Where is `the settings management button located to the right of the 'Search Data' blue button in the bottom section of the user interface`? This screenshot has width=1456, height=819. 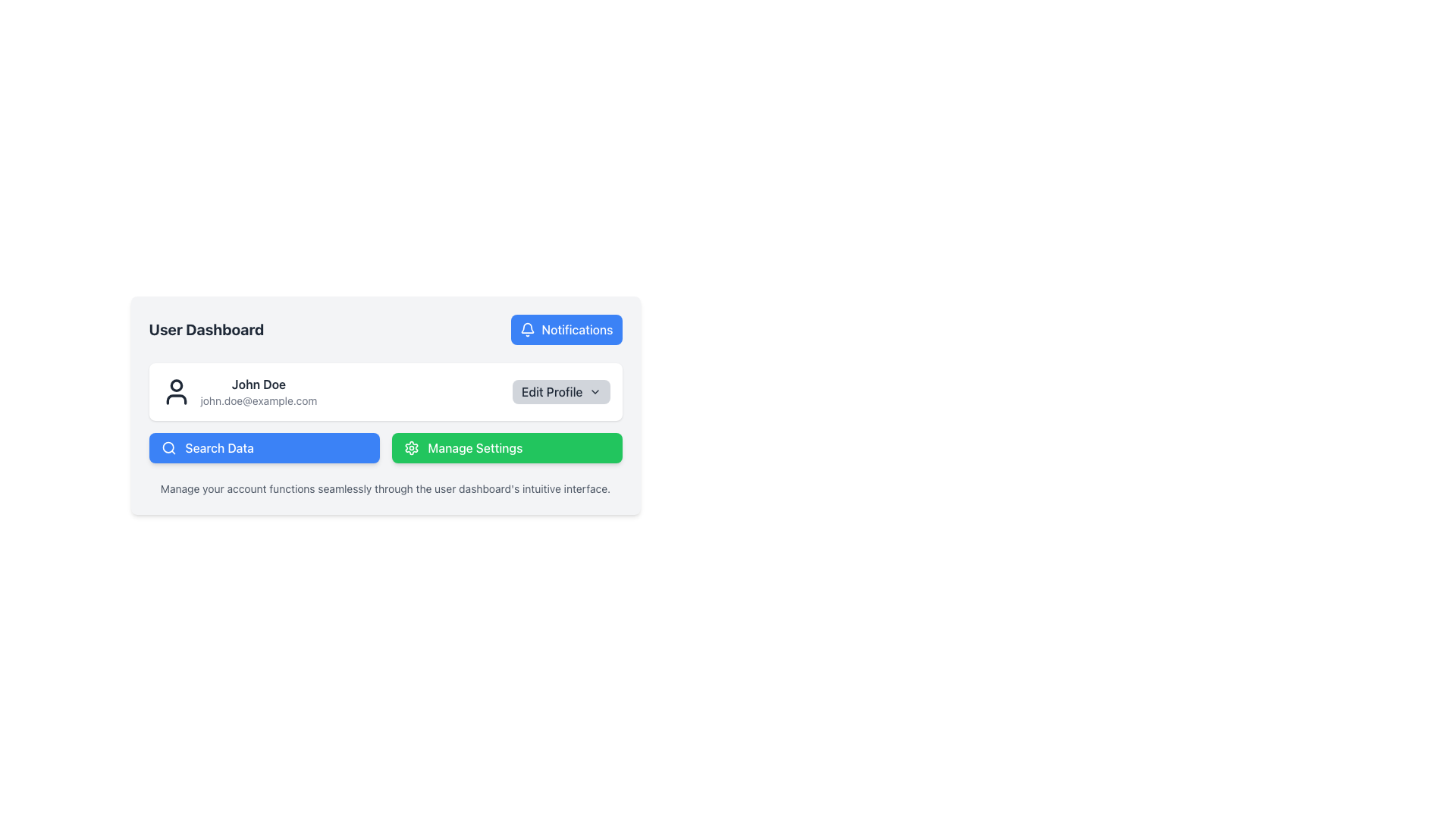 the settings management button located to the right of the 'Search Data' blue button in the bottom section of the user interface is located at coordinates (507, 447).